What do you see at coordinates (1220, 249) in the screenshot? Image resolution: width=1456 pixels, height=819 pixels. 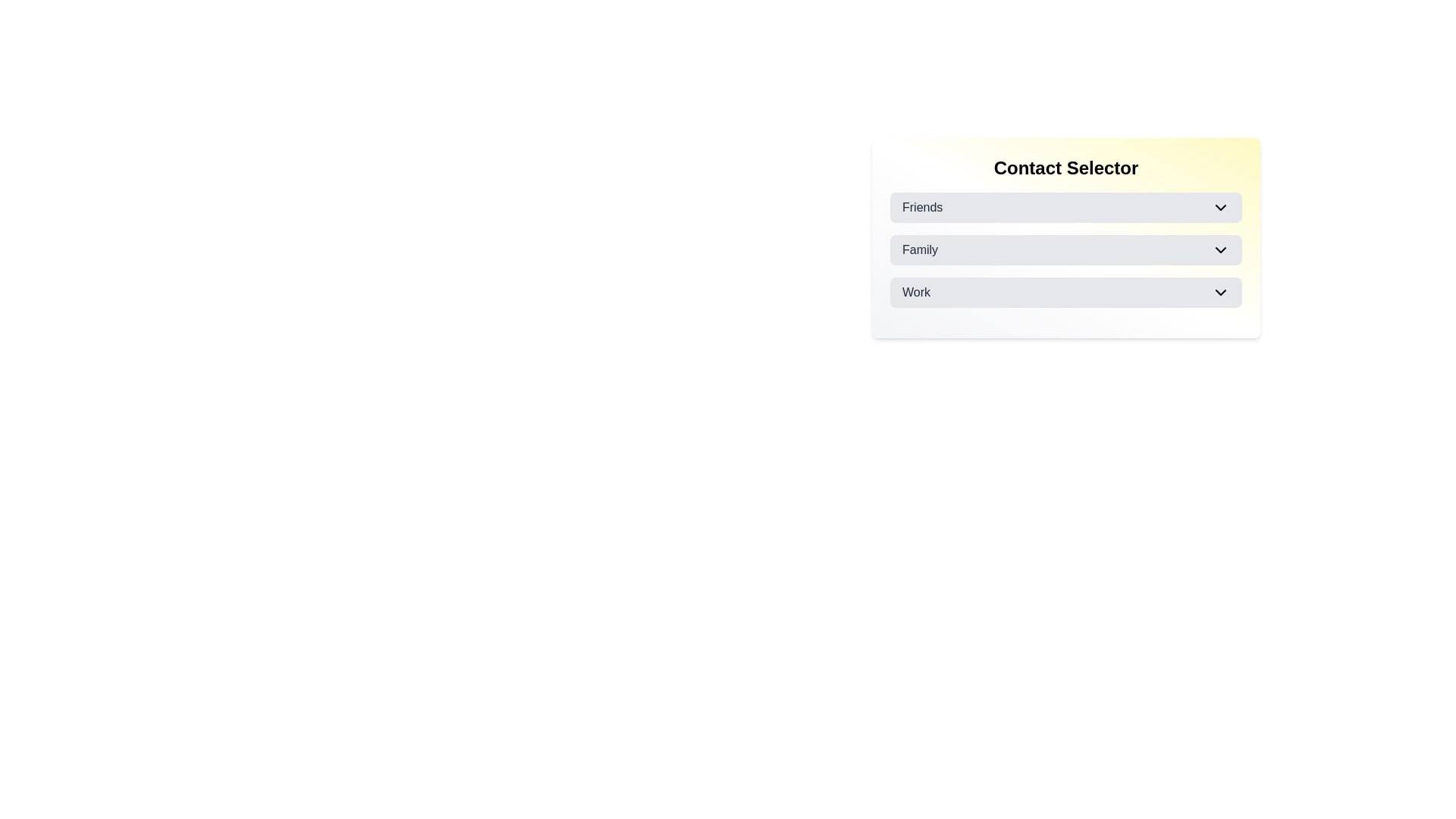 I see `the dropdown icon located at the far right side of the 'Family' row` at bounding box center [1220, 249].